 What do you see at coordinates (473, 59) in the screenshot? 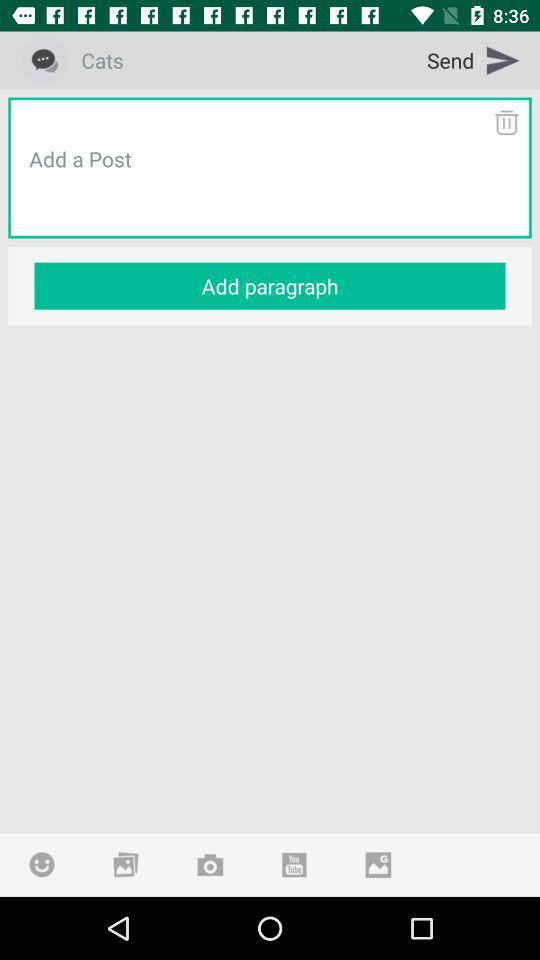
I see `the icon to the right of cats item` at bounding box center [473, 59].